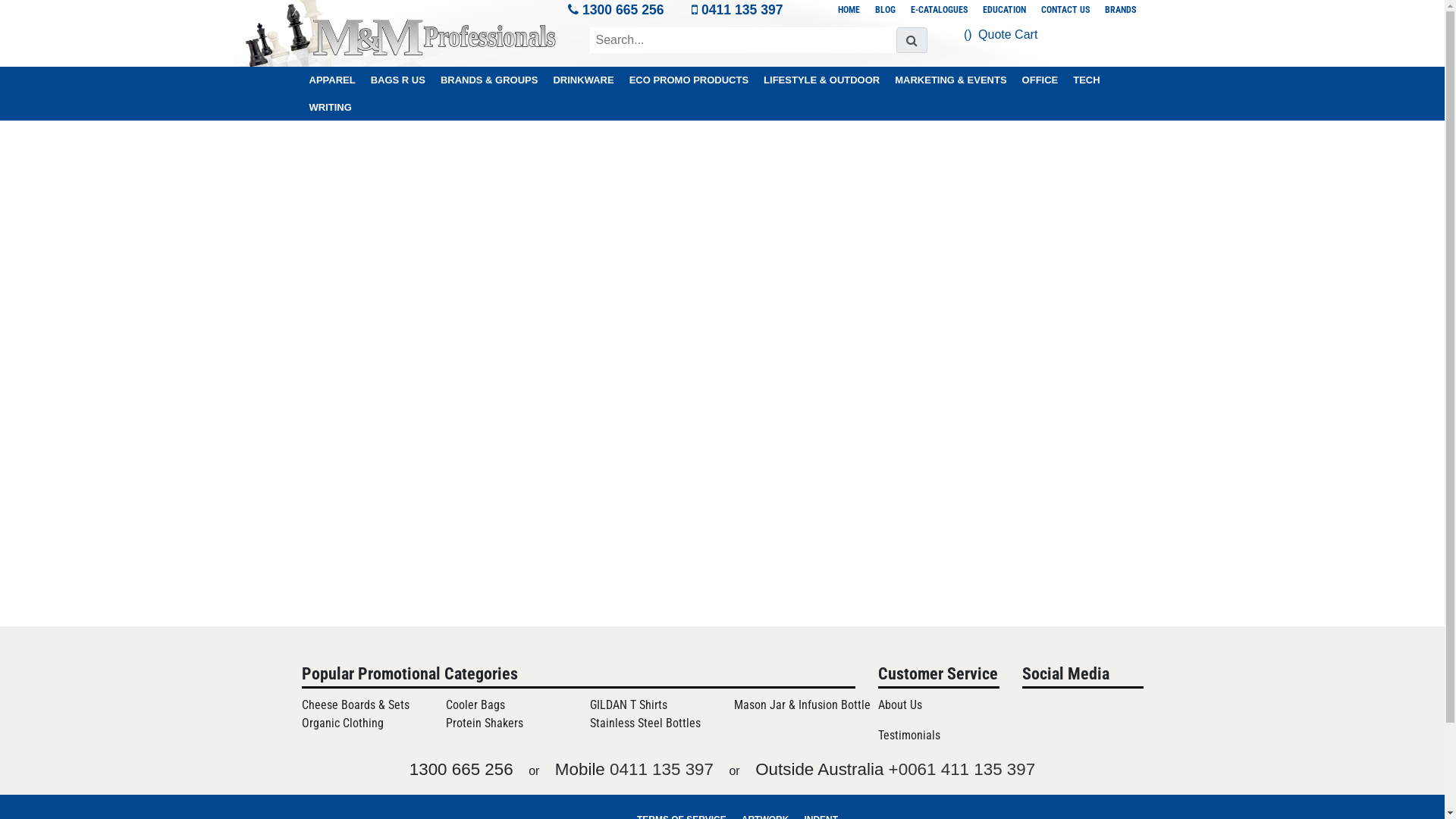 The image size is (1456, 819). I want to click on 'EDUCATION', so click(1004, 9).